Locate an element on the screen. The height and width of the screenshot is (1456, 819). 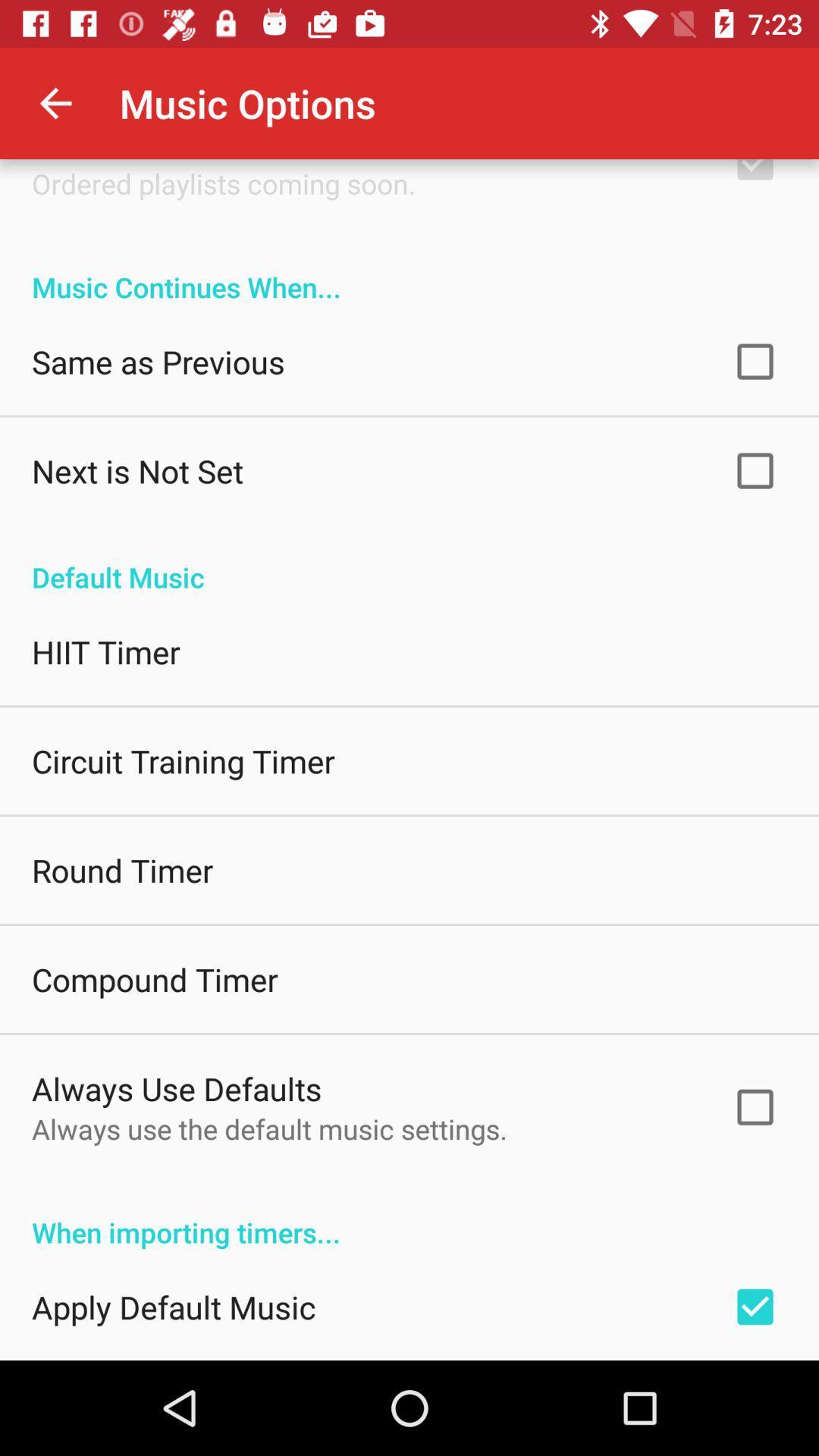
icon below music continues when... item is located at coordinates (158, 360).